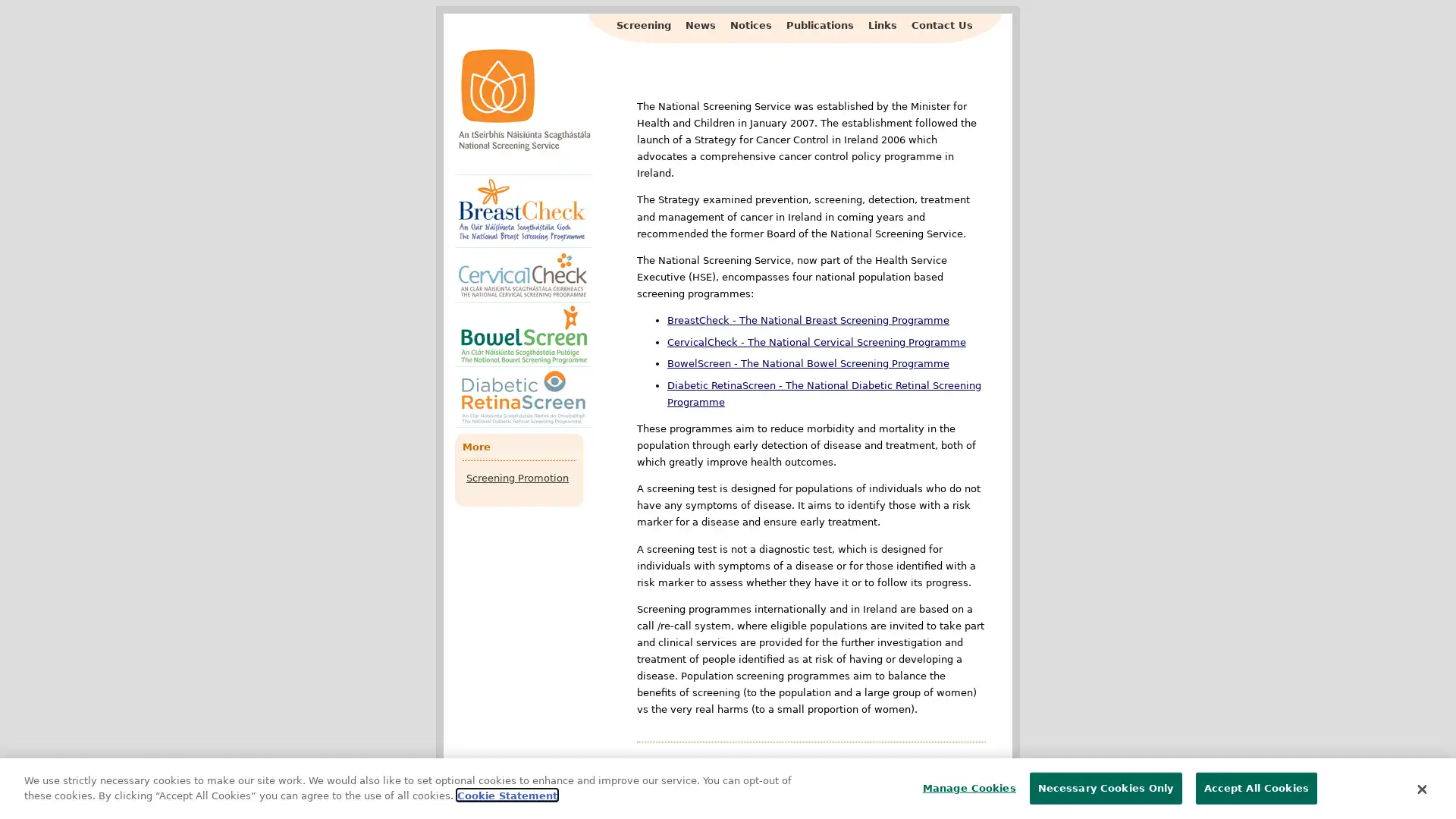  I want to click on Manage Cookies, so click(964, 786).